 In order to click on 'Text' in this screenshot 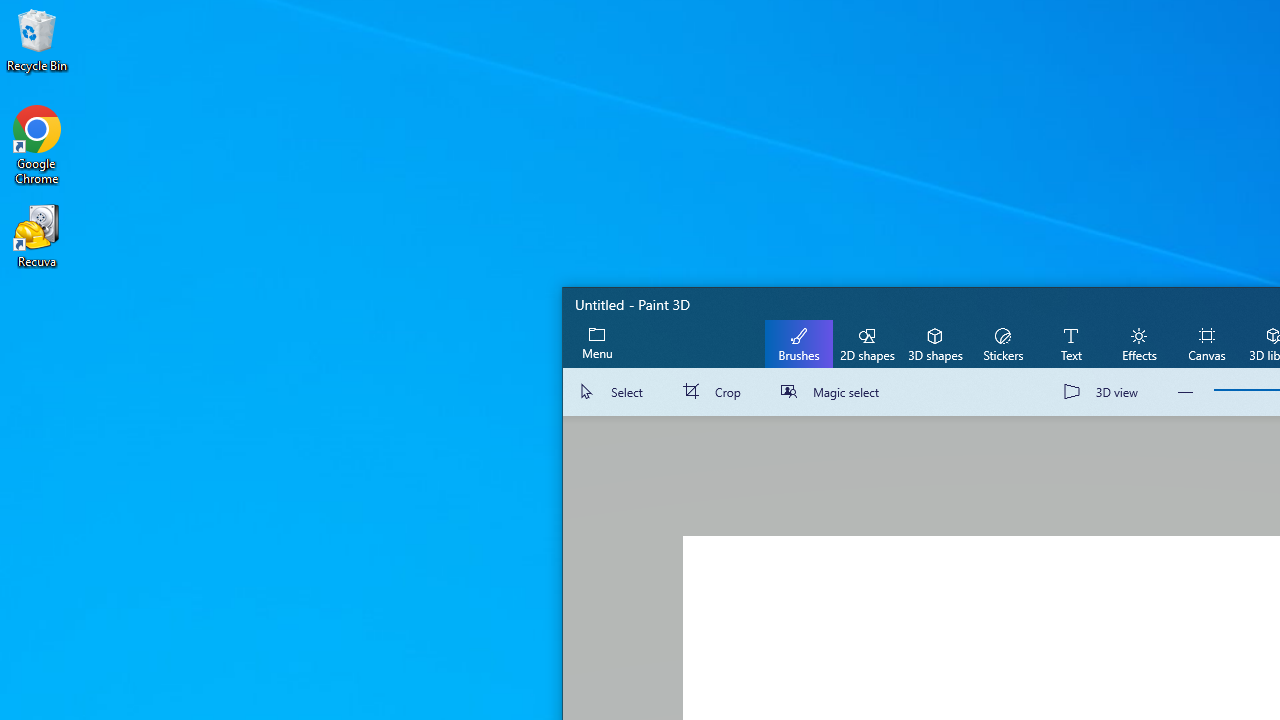, I will do `click(1069, 342)`.